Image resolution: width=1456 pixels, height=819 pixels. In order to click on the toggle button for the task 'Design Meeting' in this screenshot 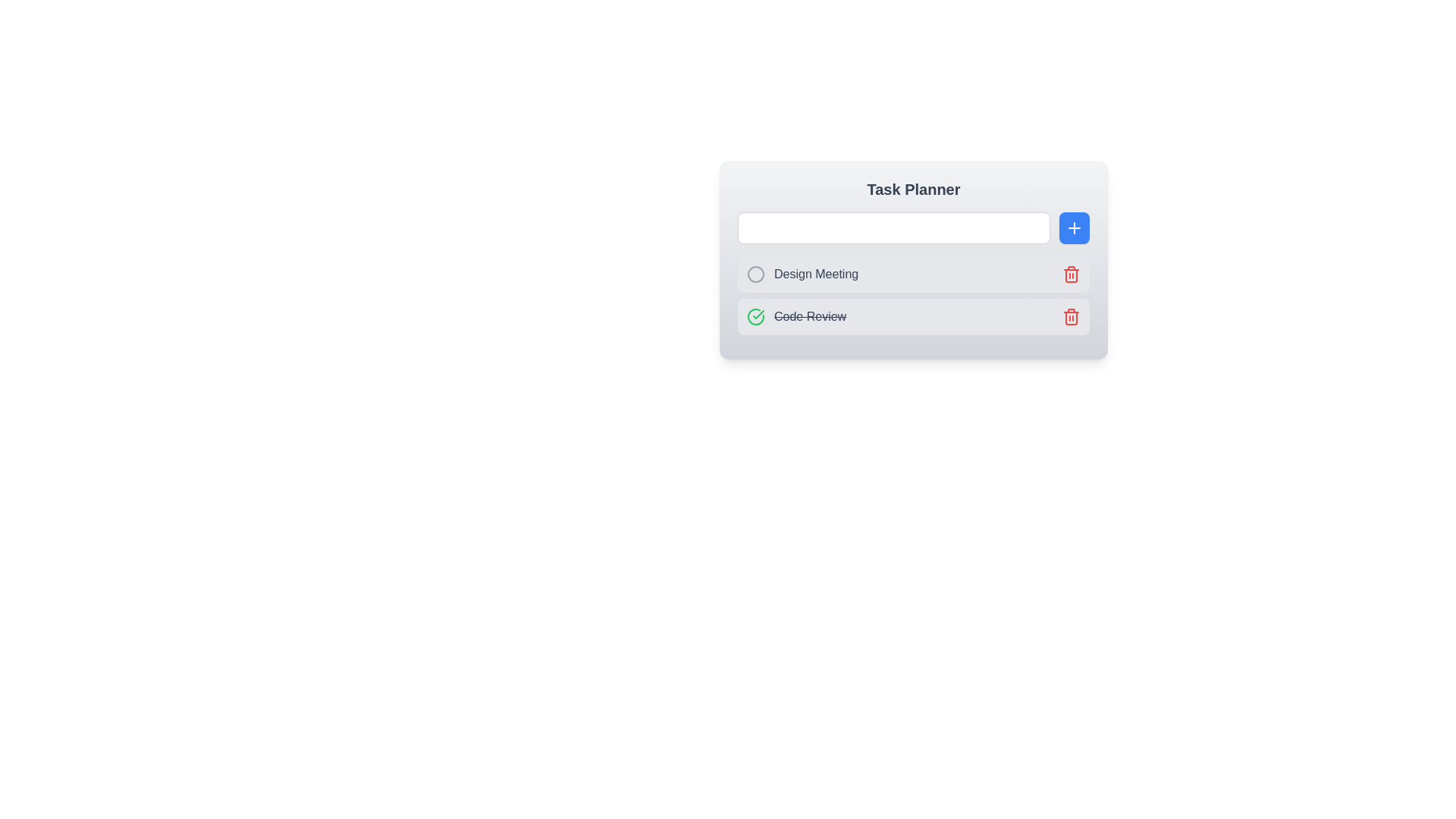, I will do `click(756, 275)`.